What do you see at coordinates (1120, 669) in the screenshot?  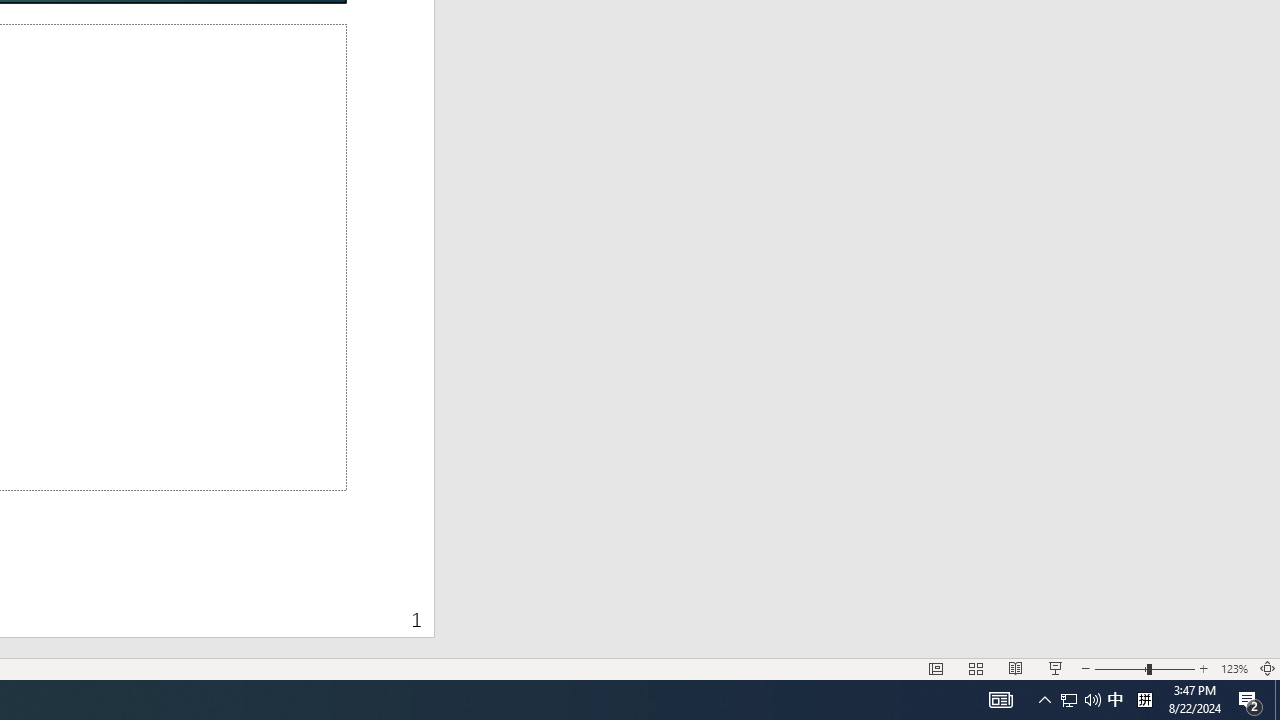 I see `'Zoom Out'` at bounding box center [1120, 669].